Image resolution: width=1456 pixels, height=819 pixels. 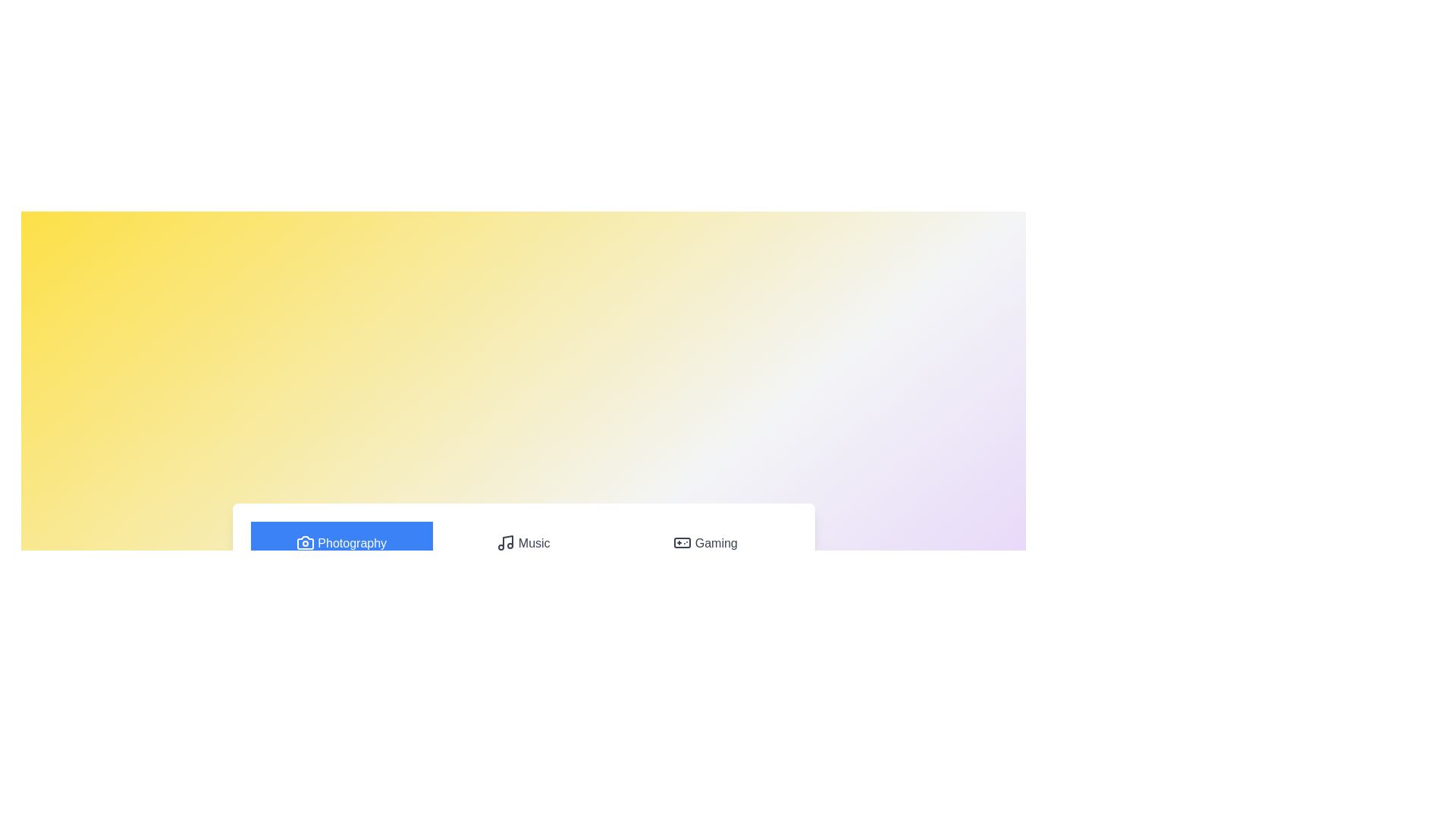 I want to click on the Photography tab, so click(x=340, y=543).